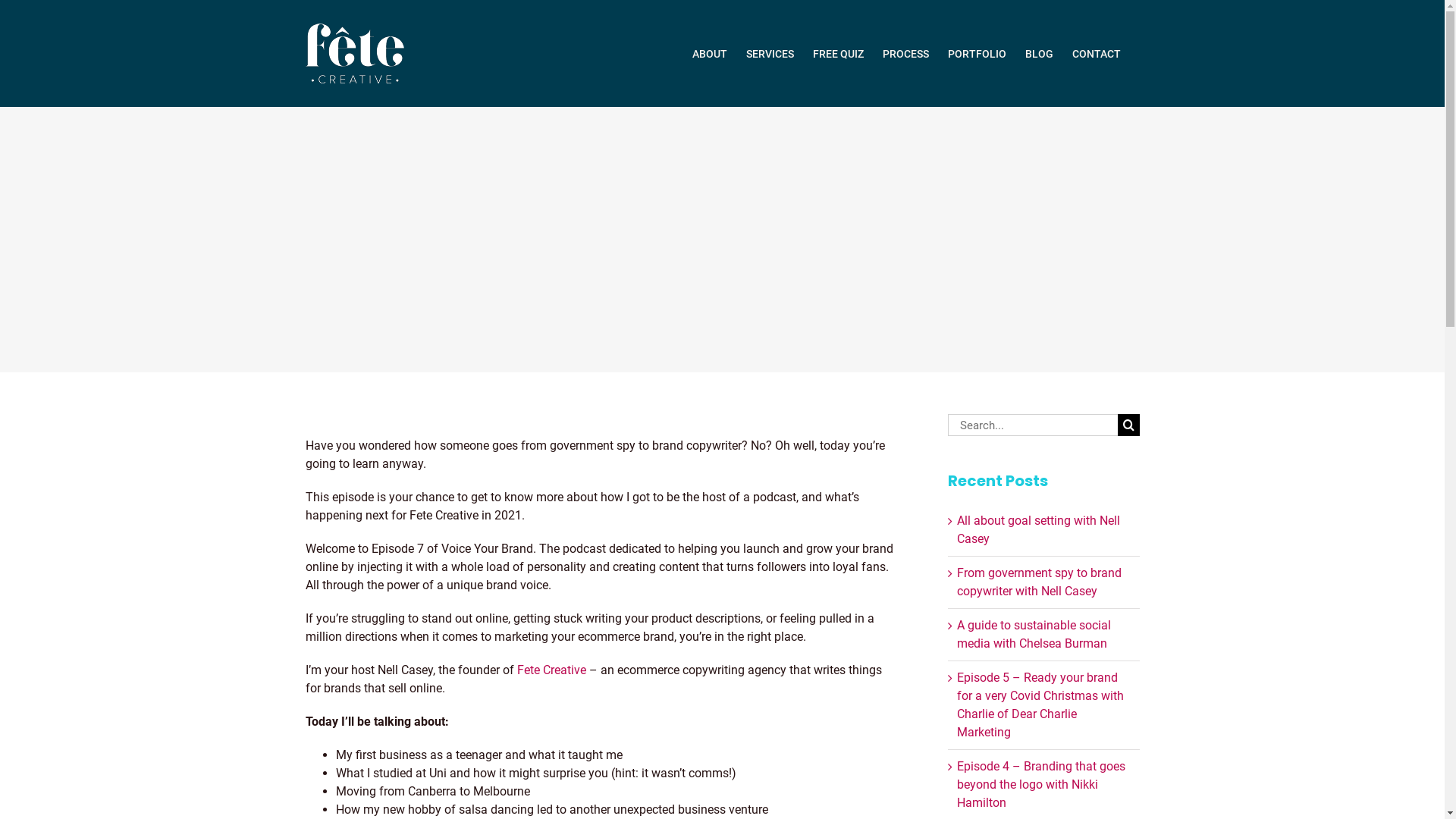 The width and height of the screenshot is (1456, 819). I want to click on 'Fete Creative', so click(551, 669).